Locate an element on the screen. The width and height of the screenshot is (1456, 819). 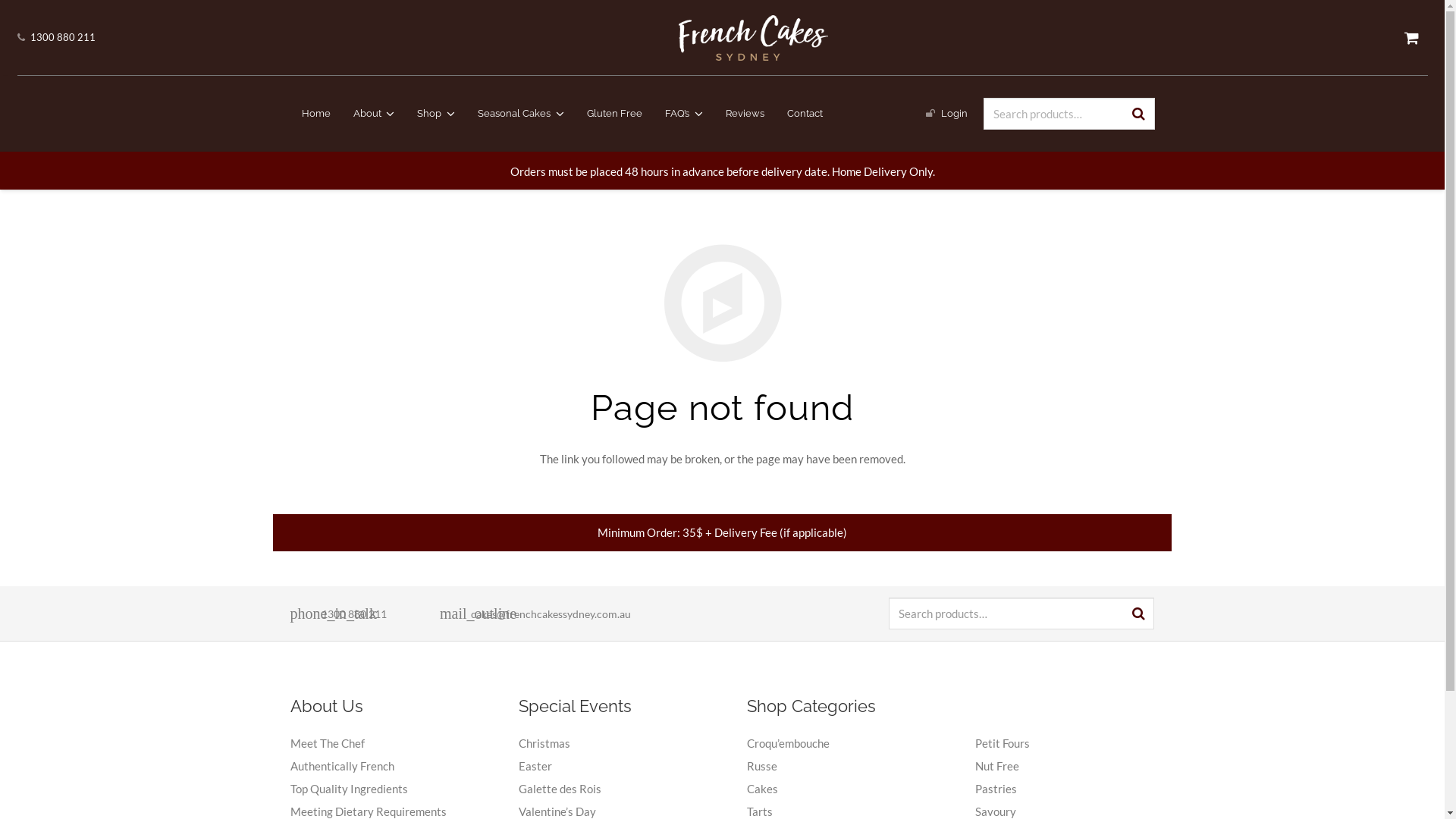
'1300 880 211' is located at coordinates (61, 36).